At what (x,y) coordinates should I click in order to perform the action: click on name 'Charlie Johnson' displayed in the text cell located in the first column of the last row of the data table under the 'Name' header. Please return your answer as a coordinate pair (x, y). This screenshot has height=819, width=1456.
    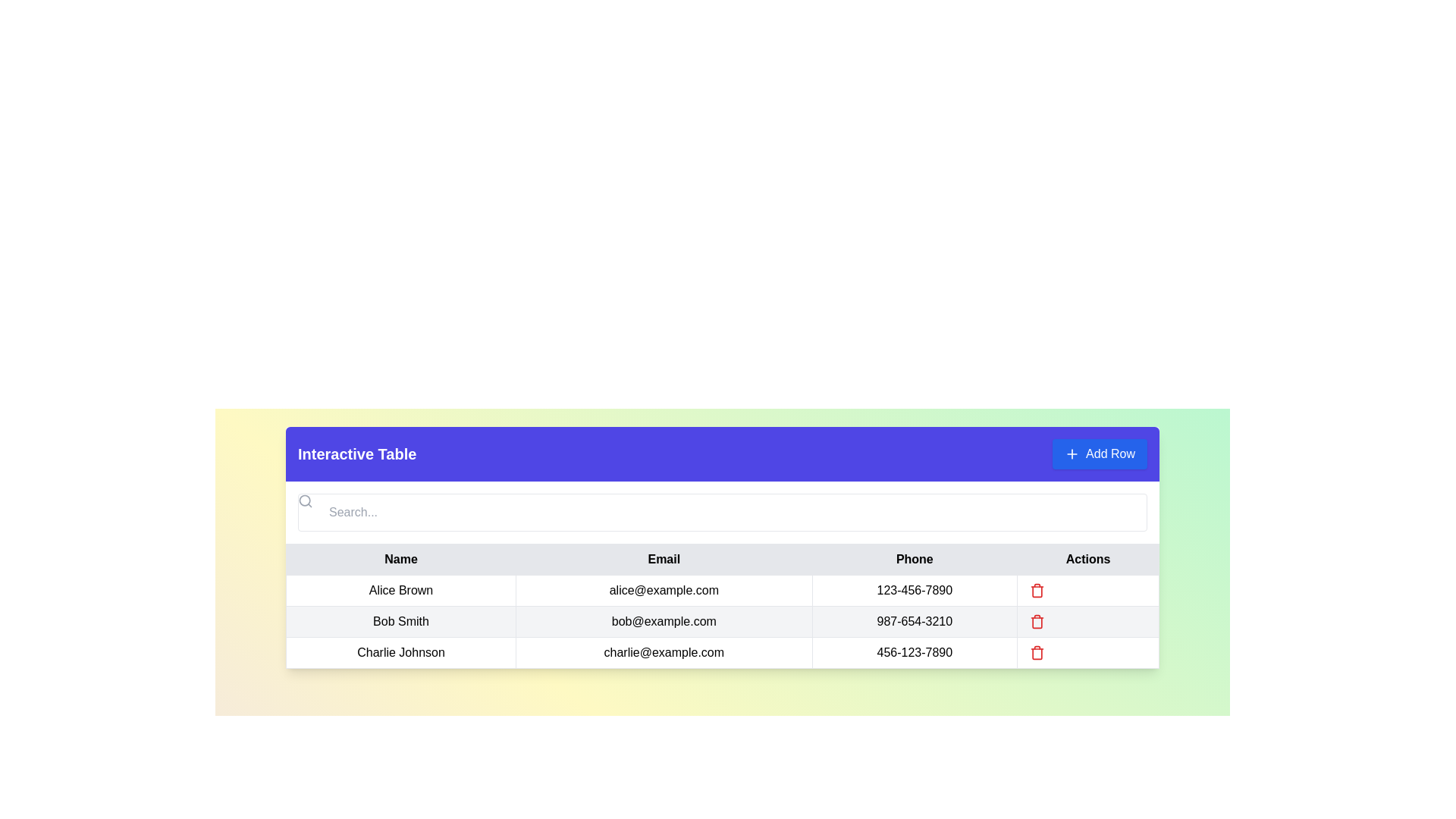
    Looking at the image, I should click on (400, 651).